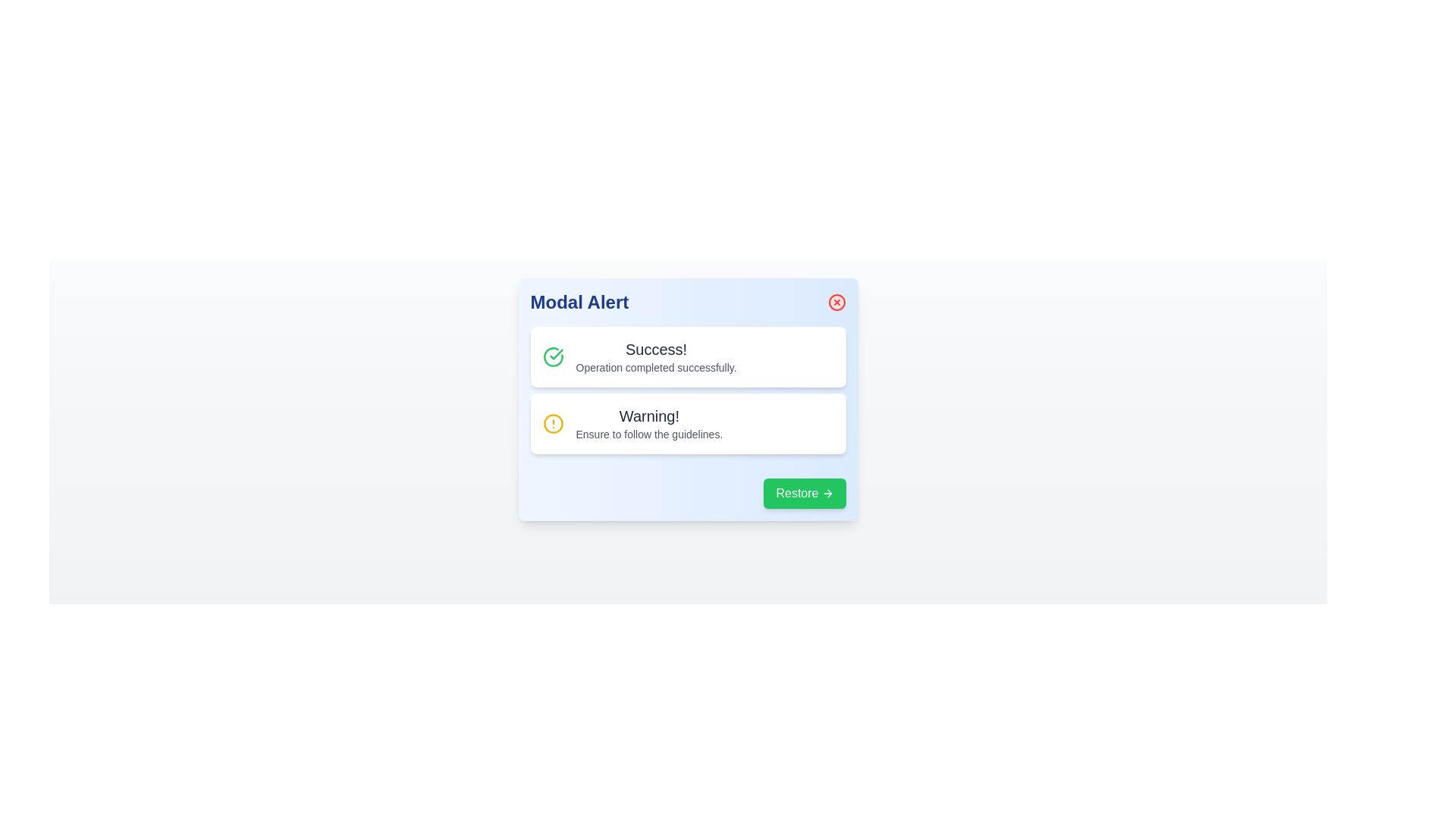 The image size is (1456, 819). What do you see at coordinates (687, 356) in the screenshot?
I see `the Notification card located below the header 'Modal Alert' and above the 'Warning!' notification in the modal structure` at bounding box center [687, 356].